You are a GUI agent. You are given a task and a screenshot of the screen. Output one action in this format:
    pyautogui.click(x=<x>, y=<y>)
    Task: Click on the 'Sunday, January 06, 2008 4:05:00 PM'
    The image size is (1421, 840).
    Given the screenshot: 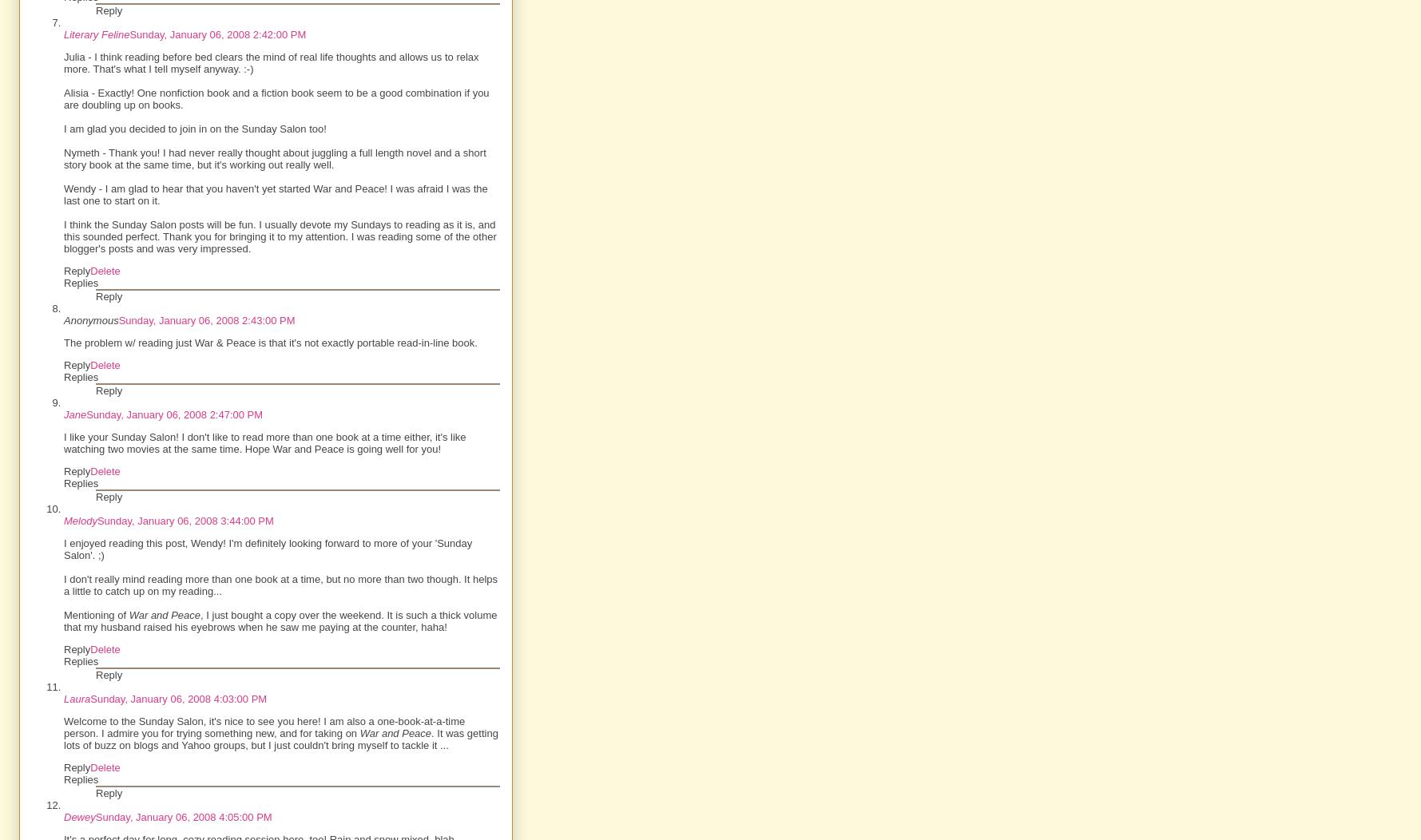 What is the action you would take?
    pyautogui.click(x=182, y=816)
    